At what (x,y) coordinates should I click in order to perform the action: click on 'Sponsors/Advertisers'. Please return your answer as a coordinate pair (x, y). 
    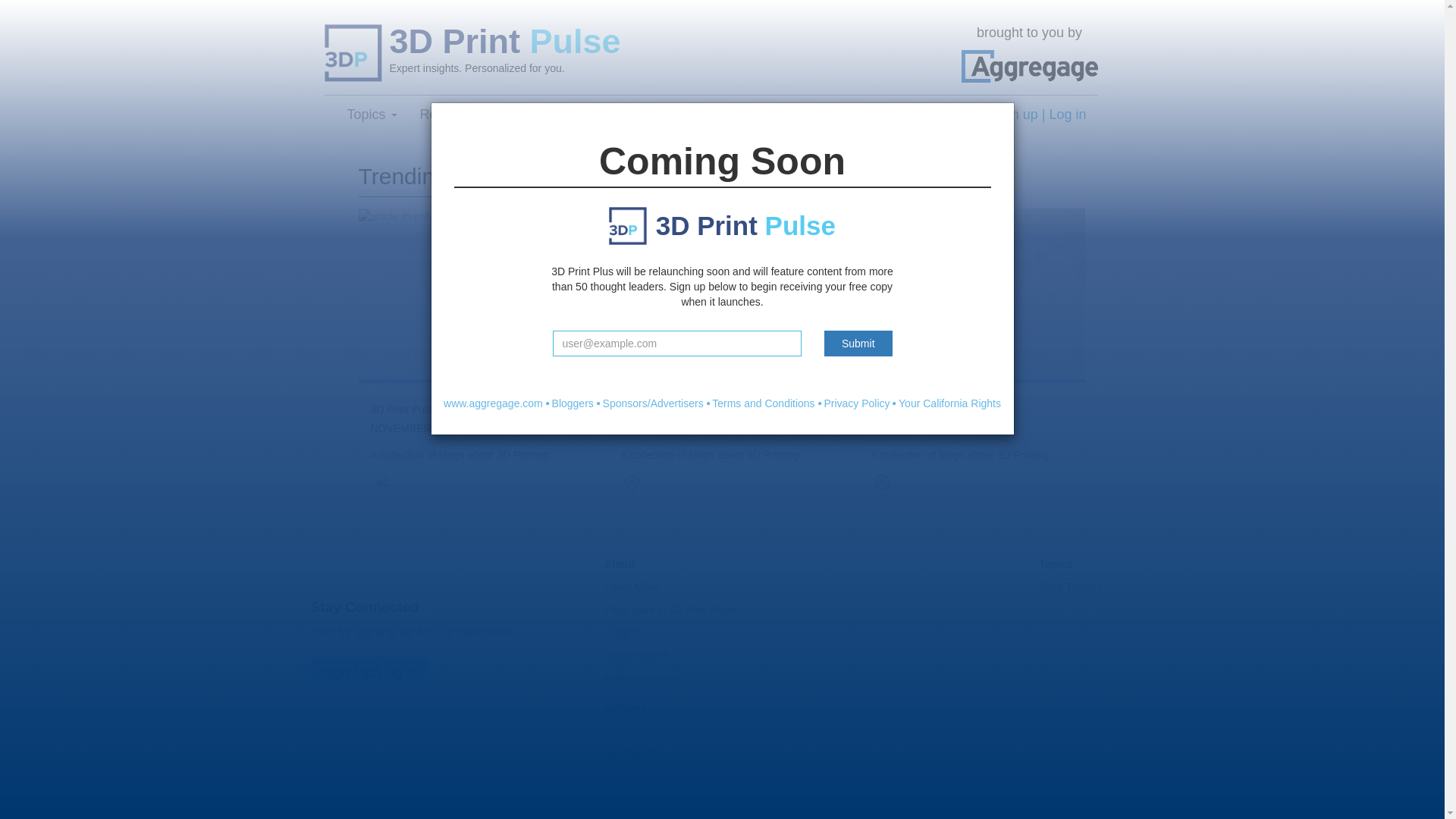
    Looking at the image, I should click on (602, 403).